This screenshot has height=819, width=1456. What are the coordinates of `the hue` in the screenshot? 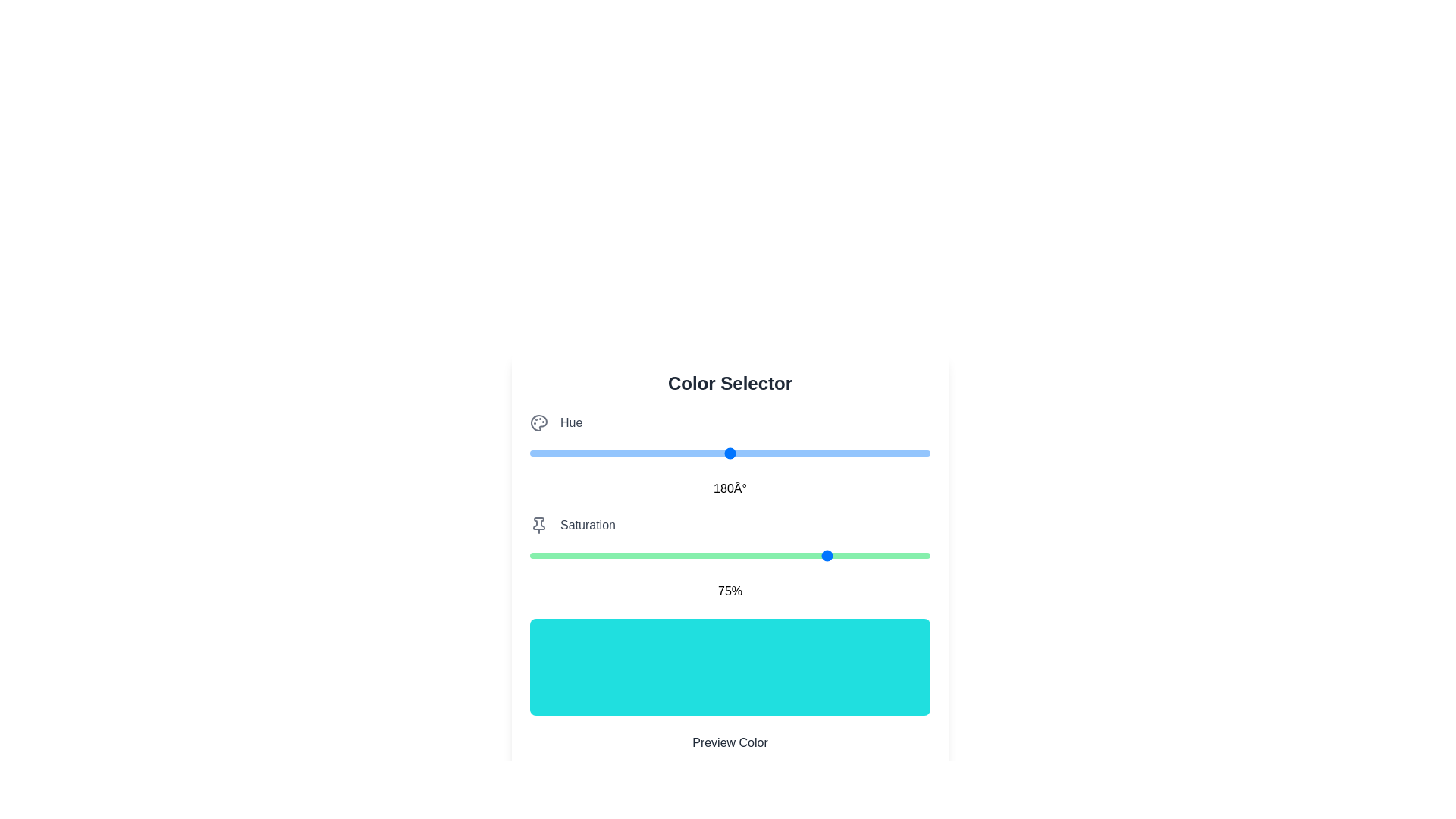 It's located at (556, 452).